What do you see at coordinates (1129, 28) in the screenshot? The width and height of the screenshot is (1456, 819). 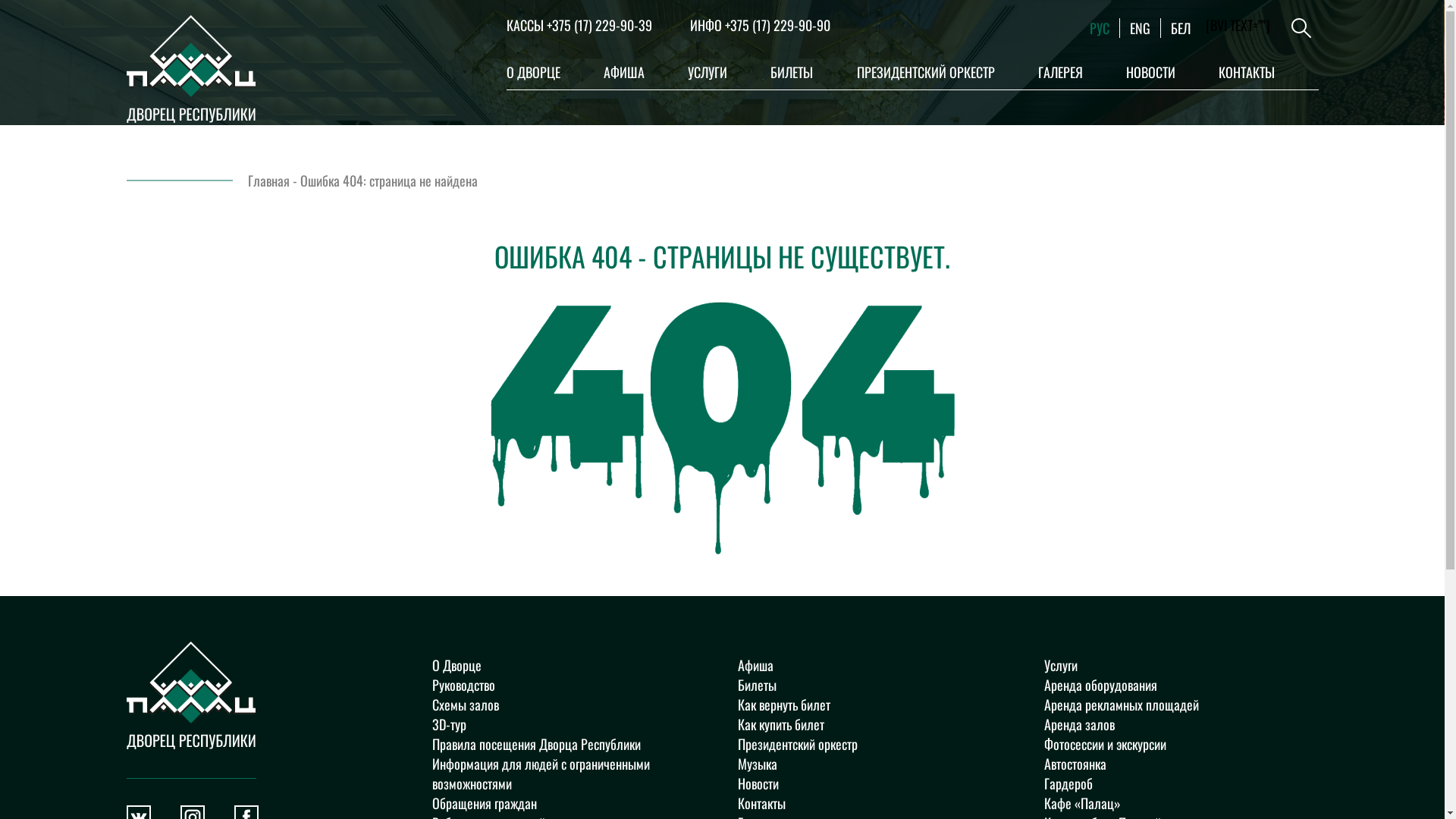 I see `'ENG'` at bounding box center [1129, 28].